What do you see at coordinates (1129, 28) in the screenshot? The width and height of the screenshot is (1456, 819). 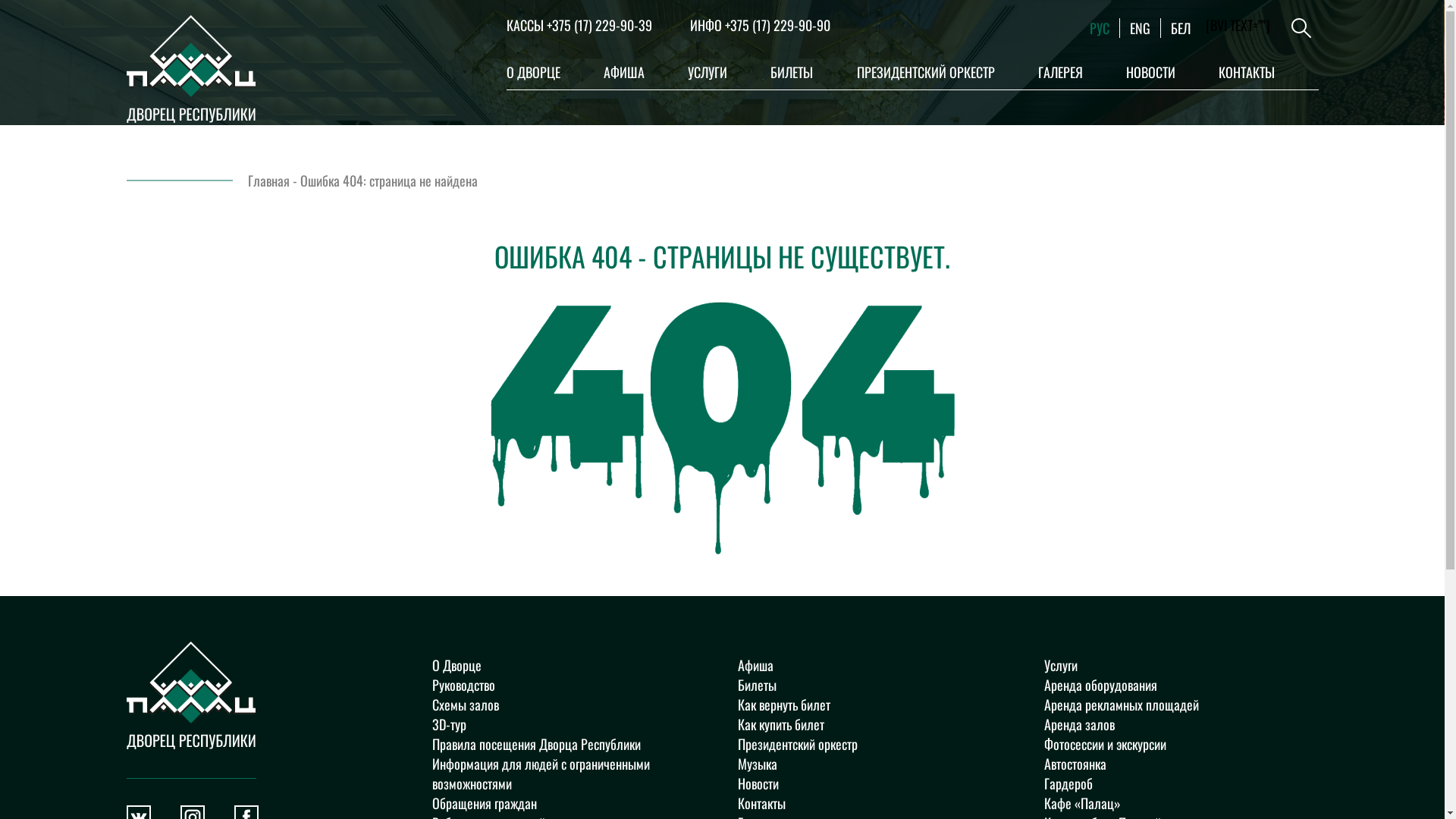 I see `'ENG'` at bounding box center [1129, 28].